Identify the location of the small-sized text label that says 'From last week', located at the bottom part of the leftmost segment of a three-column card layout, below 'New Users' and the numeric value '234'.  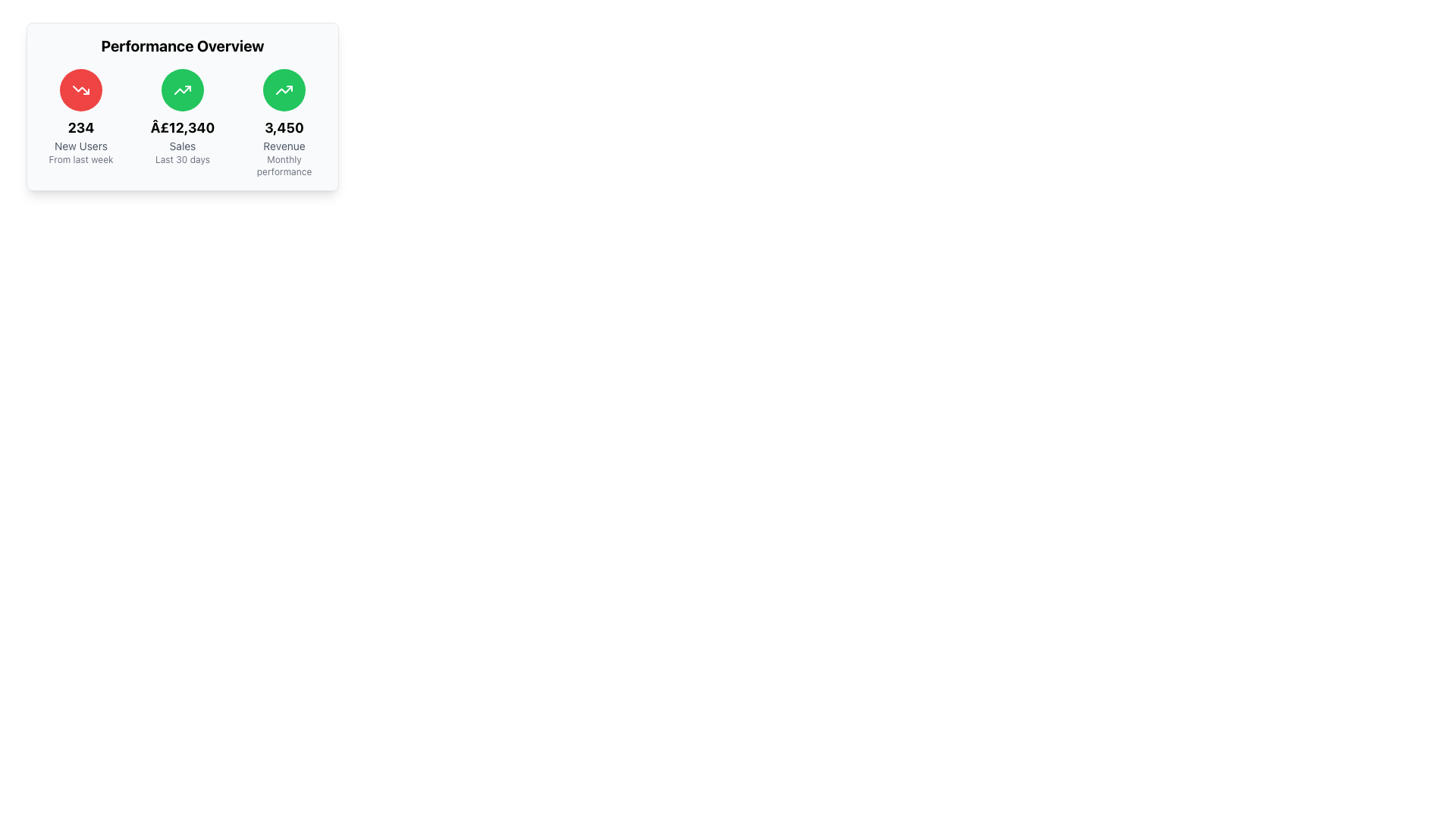
(80, 160).